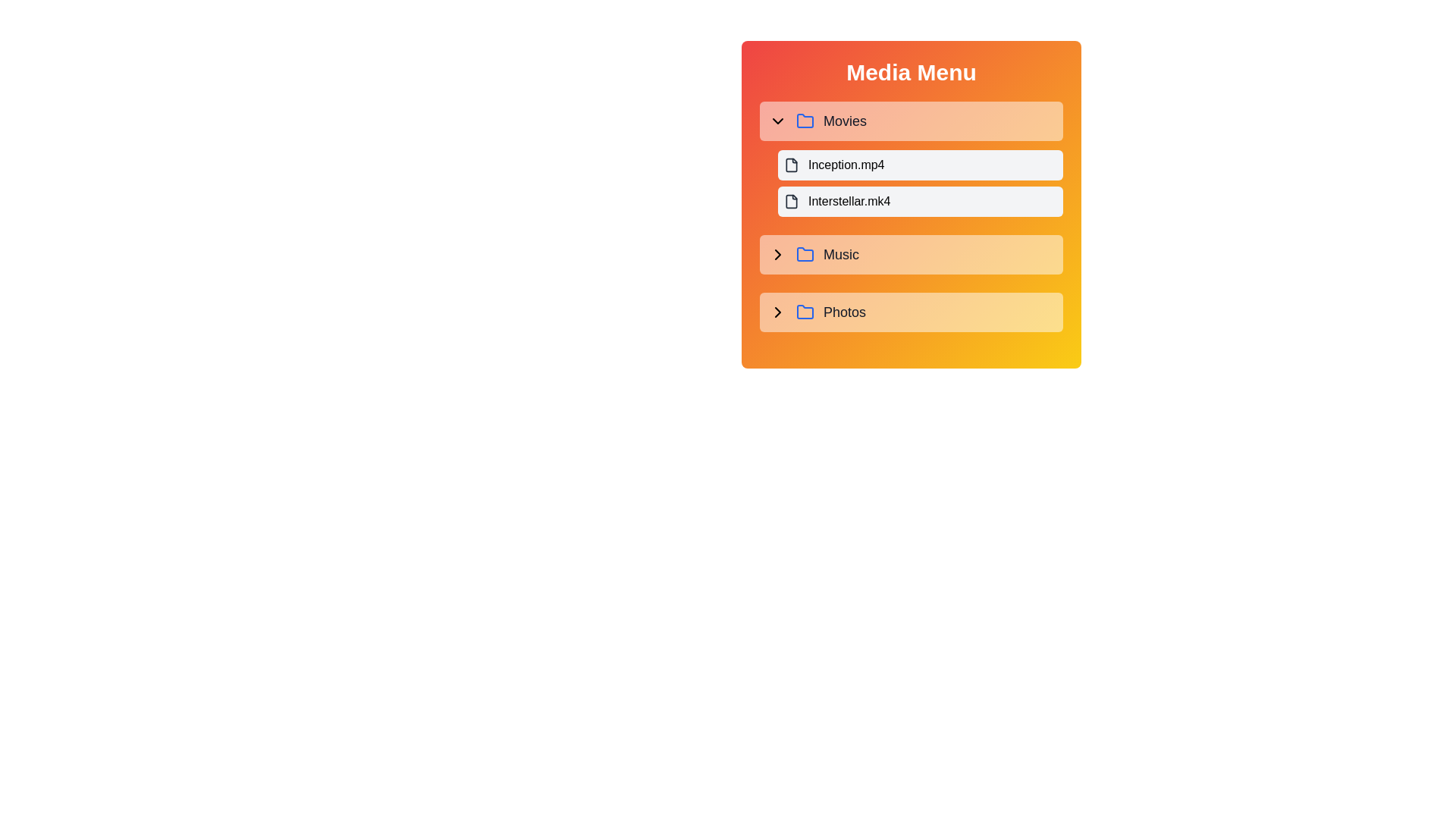  I want to click on the 'Photos' folder item in the media menu, so click(910, 312).